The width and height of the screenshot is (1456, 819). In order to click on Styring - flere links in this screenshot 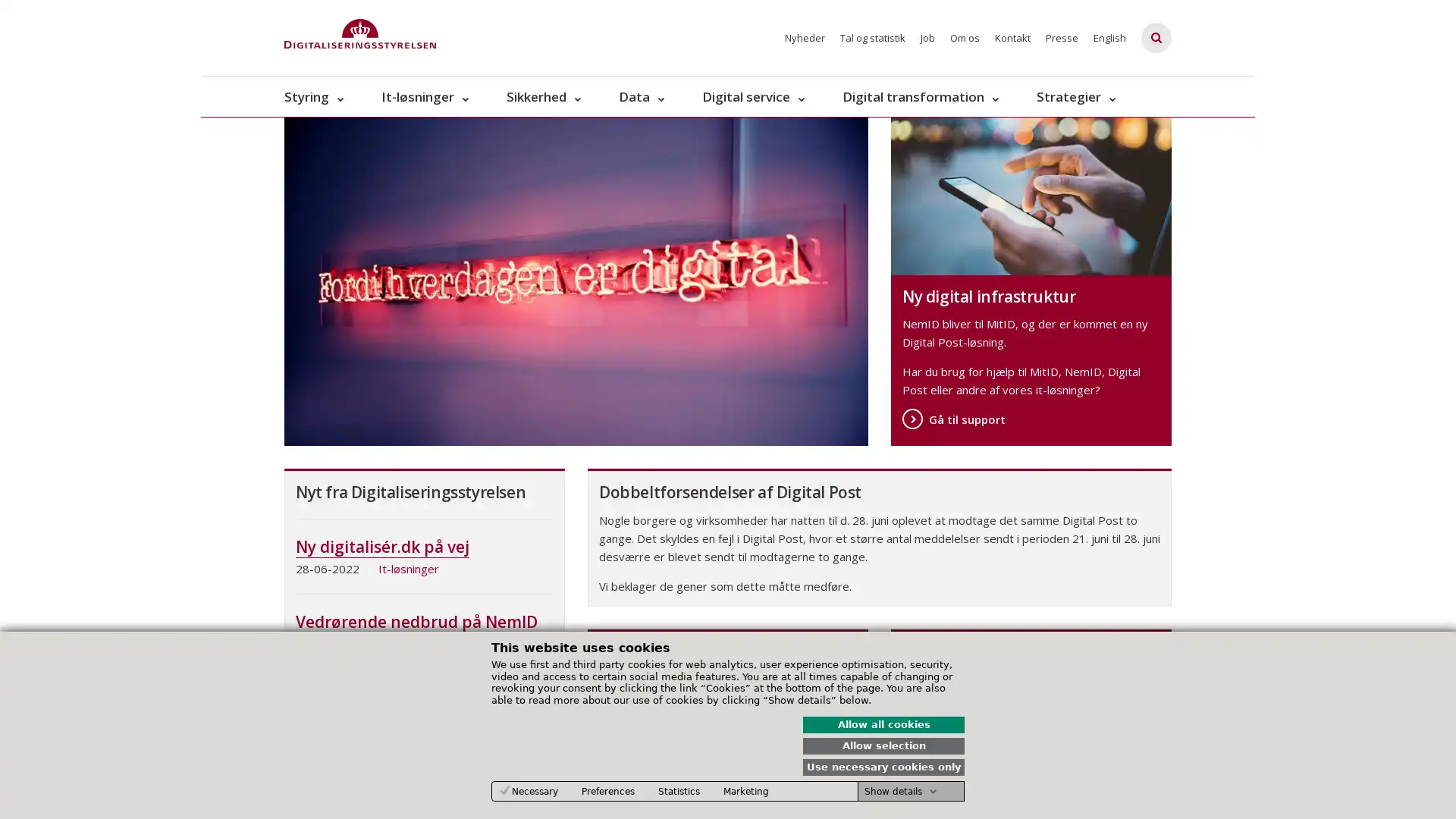, I will do `click(339, 97)`.